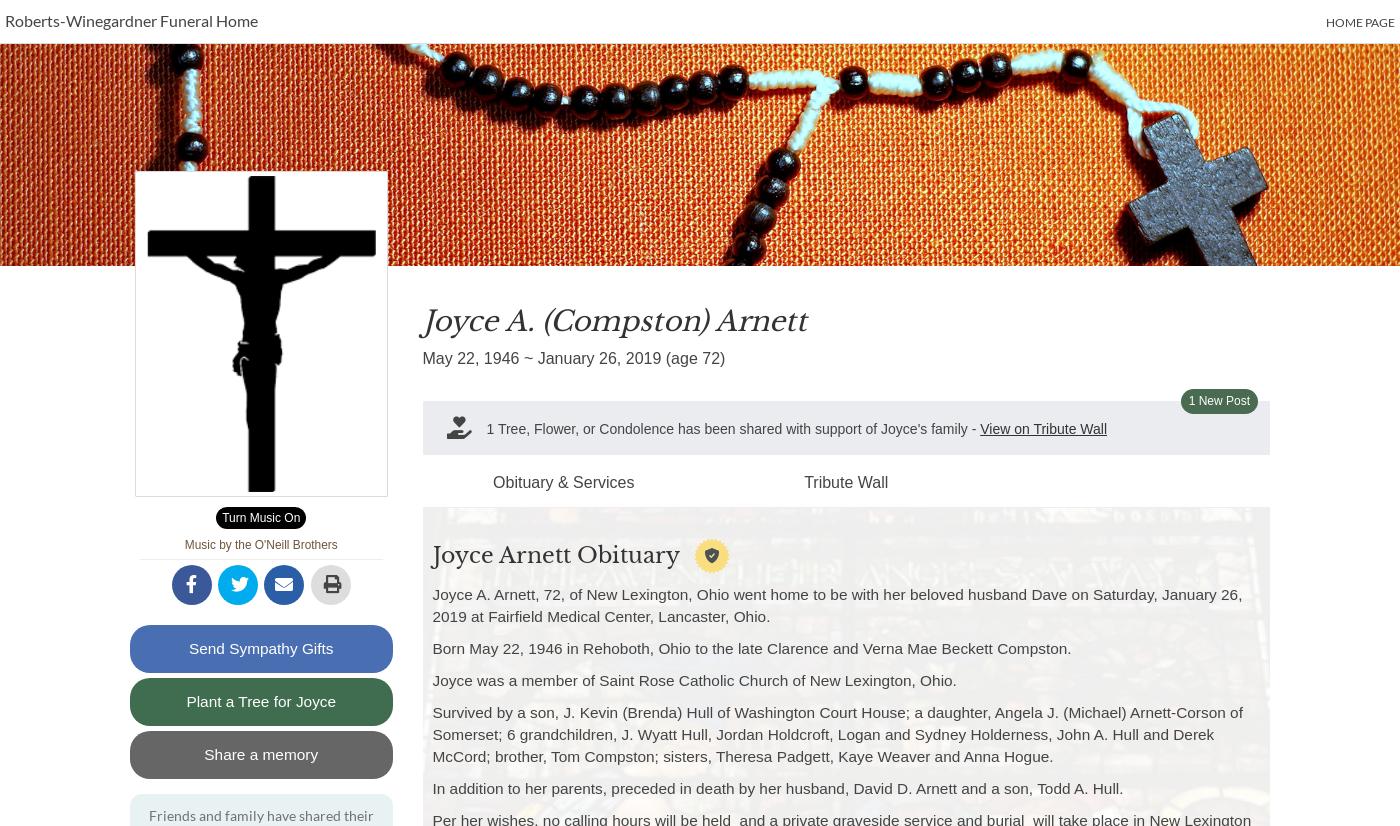  What do you see at coordinates (260, 647) in the screenshot?
I see `'Send Sympathy Gifts'` at bounding box center [260, 647].